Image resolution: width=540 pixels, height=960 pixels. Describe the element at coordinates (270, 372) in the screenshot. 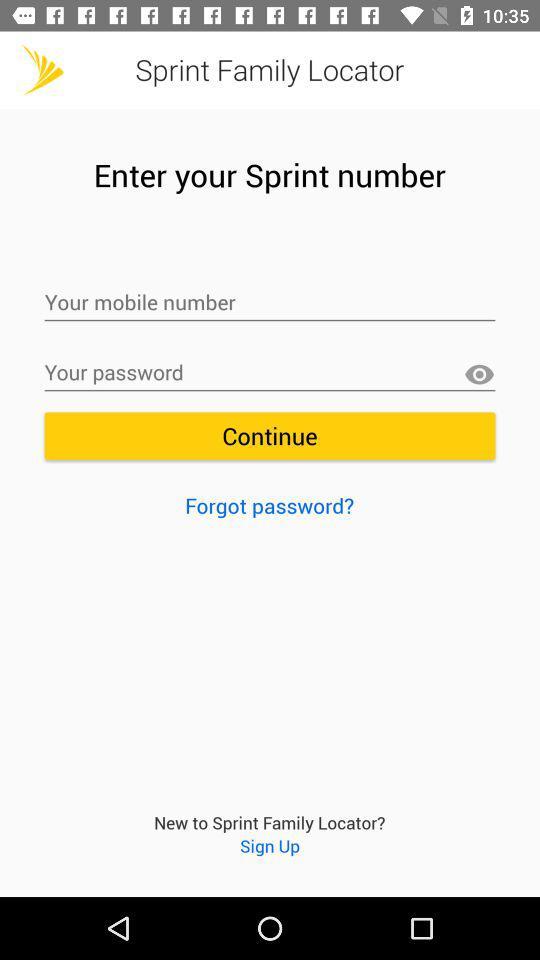

I see `your password` at that location.